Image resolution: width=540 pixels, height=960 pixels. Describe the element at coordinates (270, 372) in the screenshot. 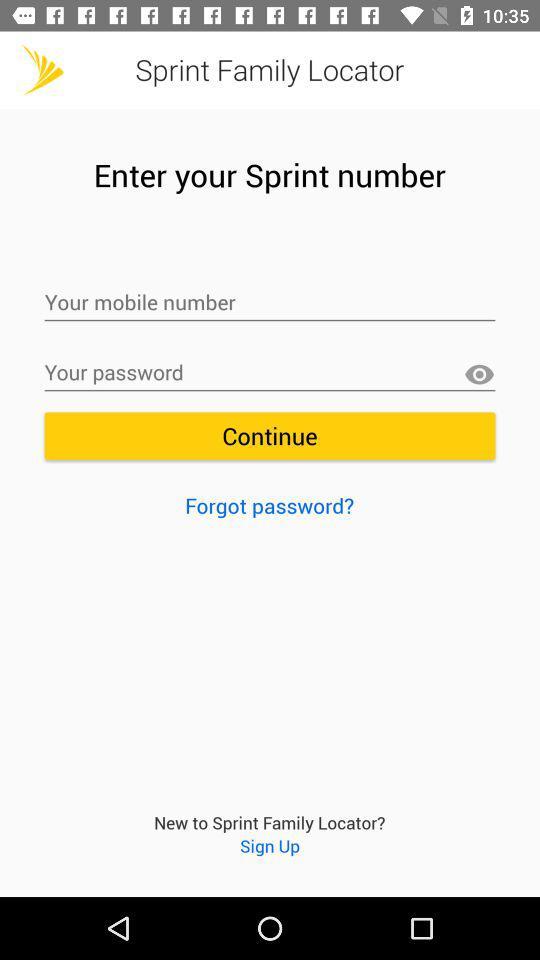

I see `your password` at that location.